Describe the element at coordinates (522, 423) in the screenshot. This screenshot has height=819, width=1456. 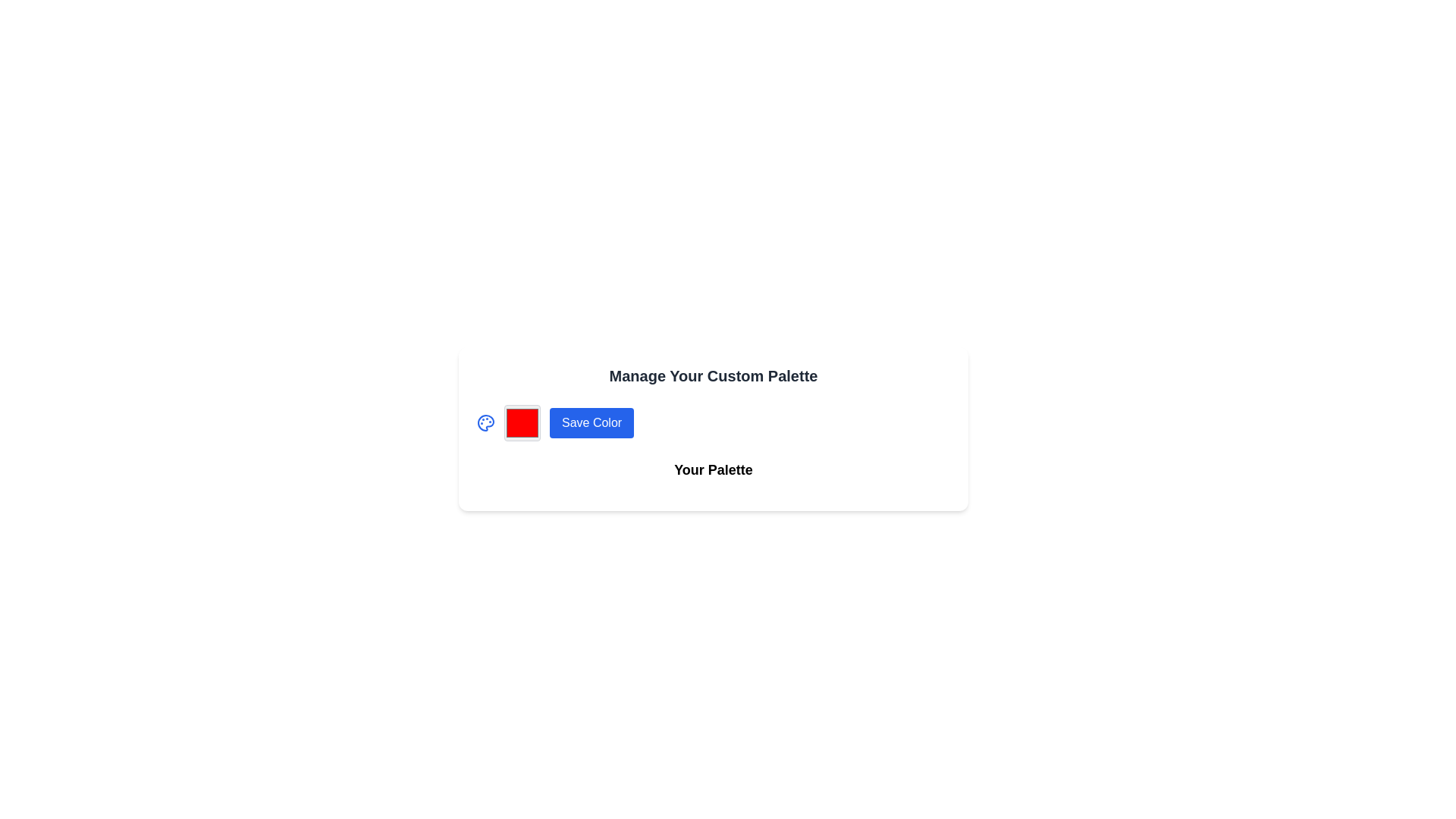
I see `and drop the Color Picker, which is a square-shaped color selector with a red fill and gray border` at that location.